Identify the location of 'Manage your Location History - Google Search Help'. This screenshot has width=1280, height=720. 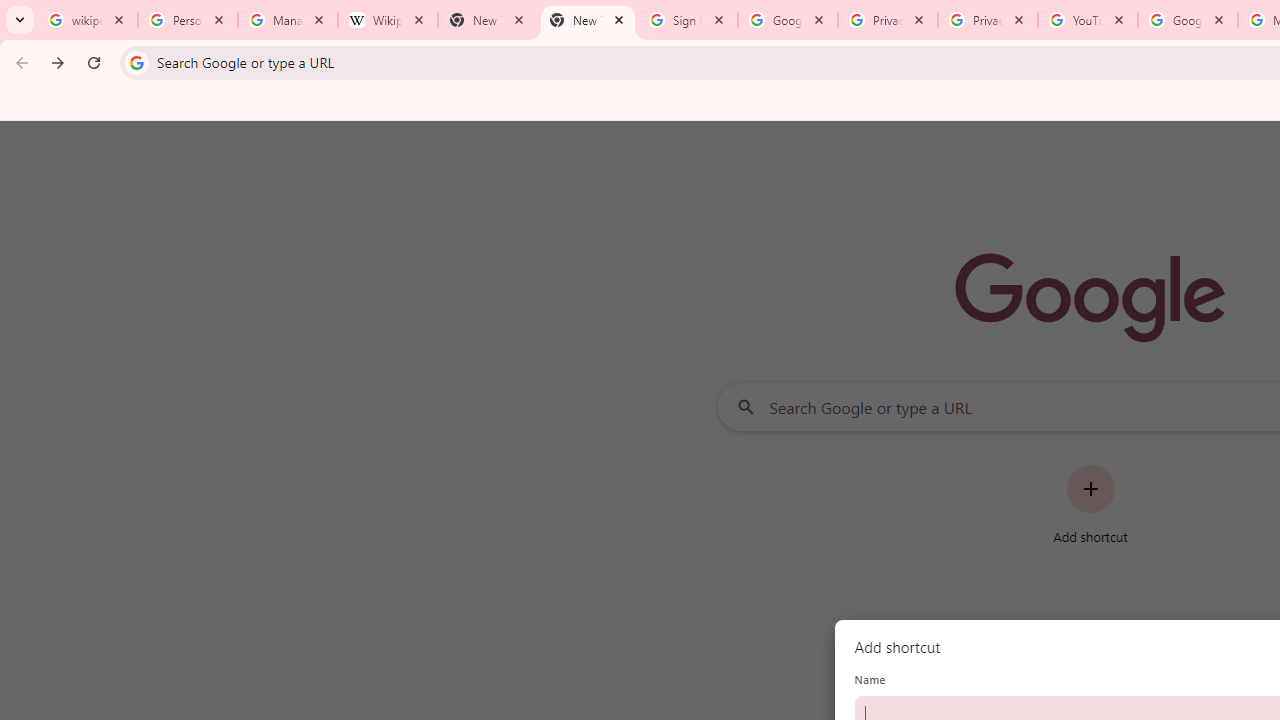
(287, 20).